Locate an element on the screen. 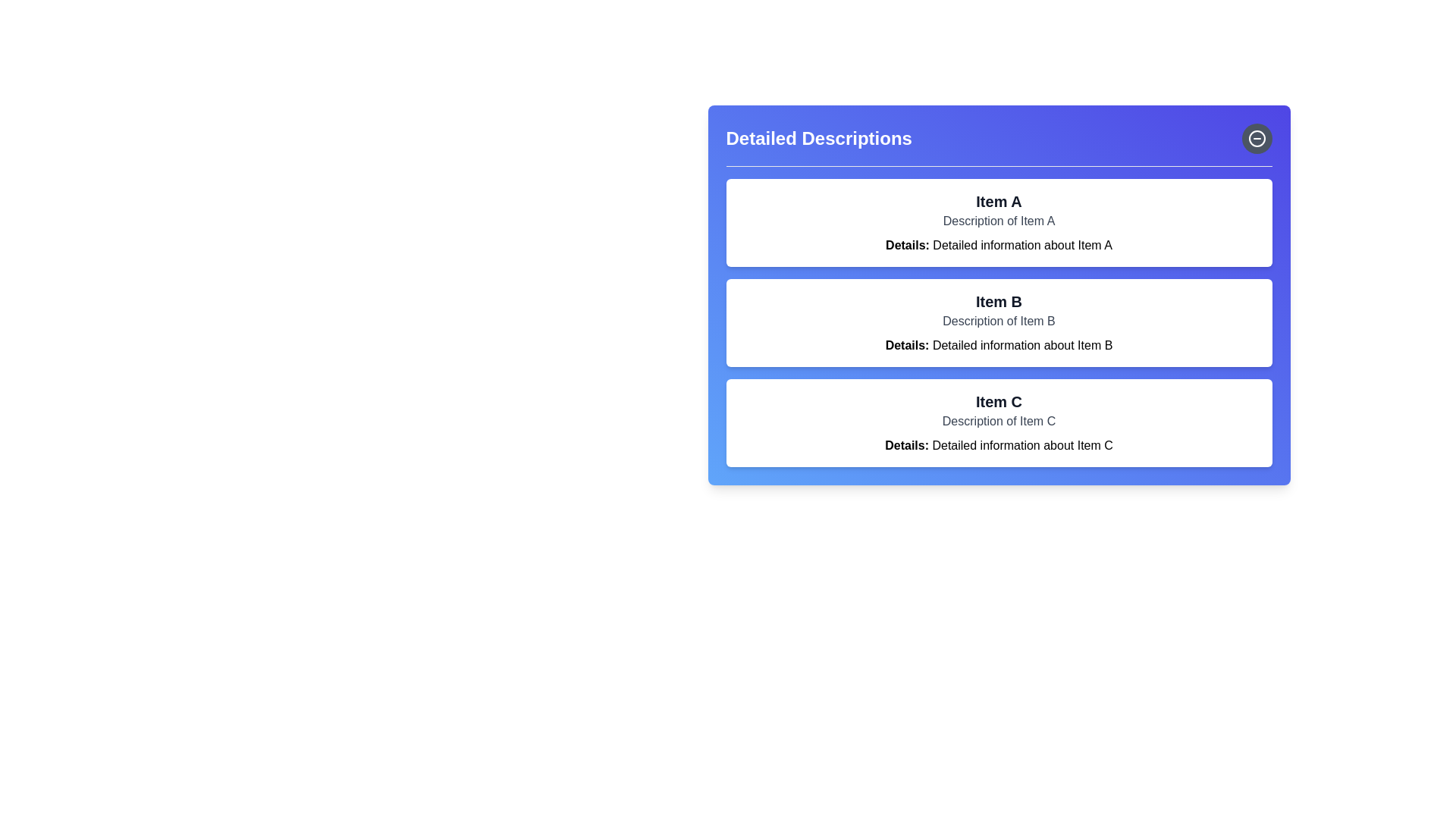 This screenshot has width=1456, height=819. informational text label located in the 'Details:' field of the 'Item C' section, which provides additional details about 'Item C' is located at coordinates (1022, 444).